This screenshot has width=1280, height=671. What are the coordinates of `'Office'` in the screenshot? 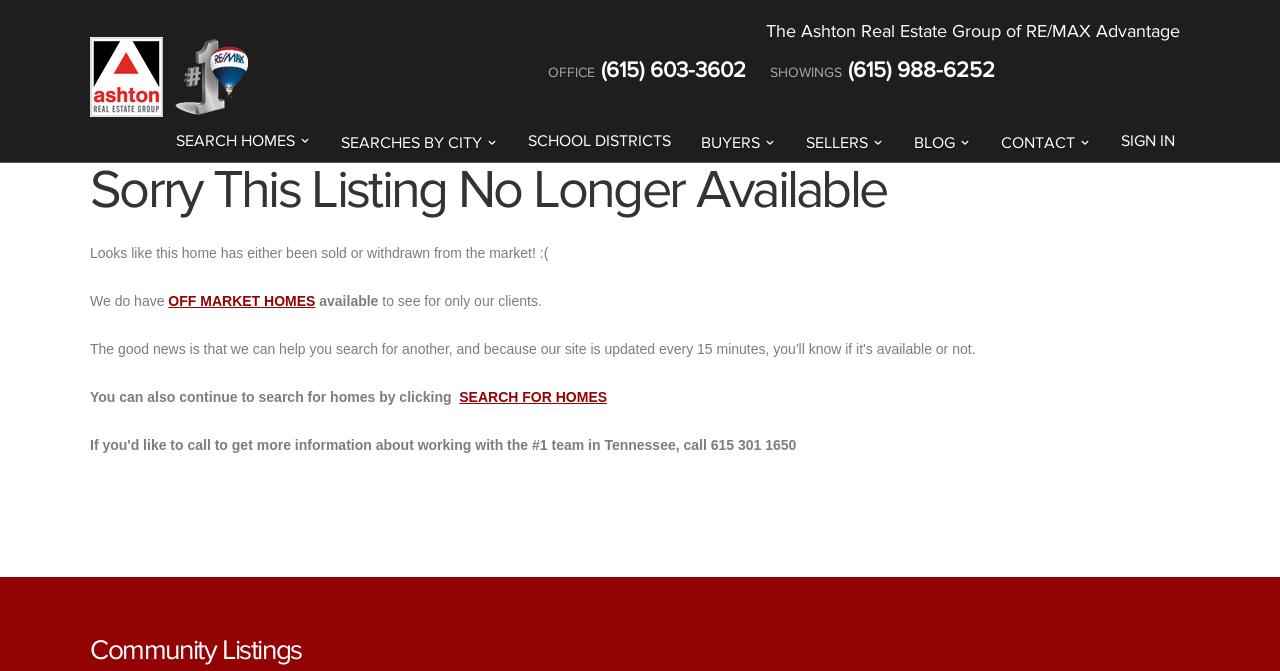 It's located at (547, 72).